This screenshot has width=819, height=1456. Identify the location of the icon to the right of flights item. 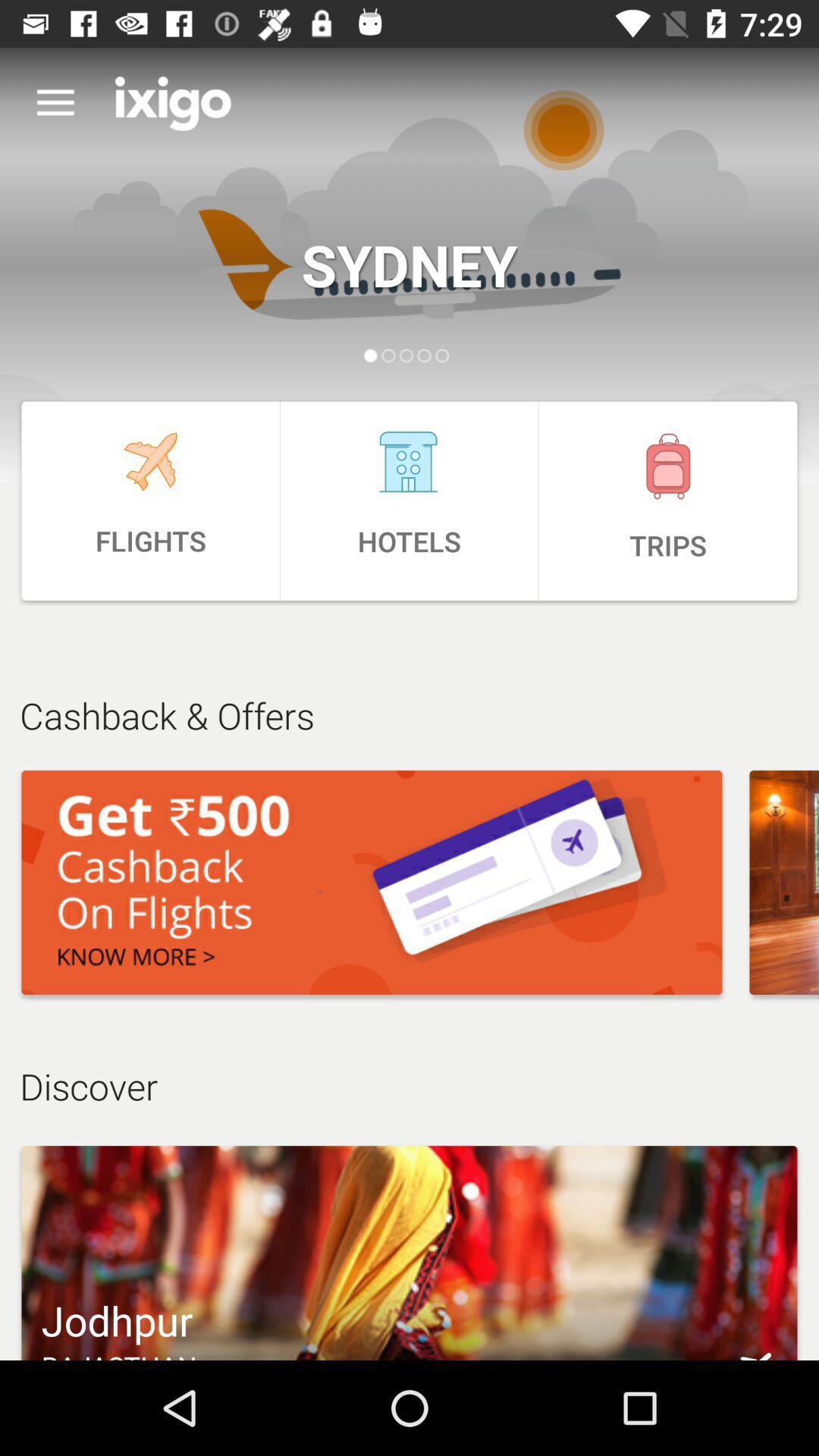
(409, 500).